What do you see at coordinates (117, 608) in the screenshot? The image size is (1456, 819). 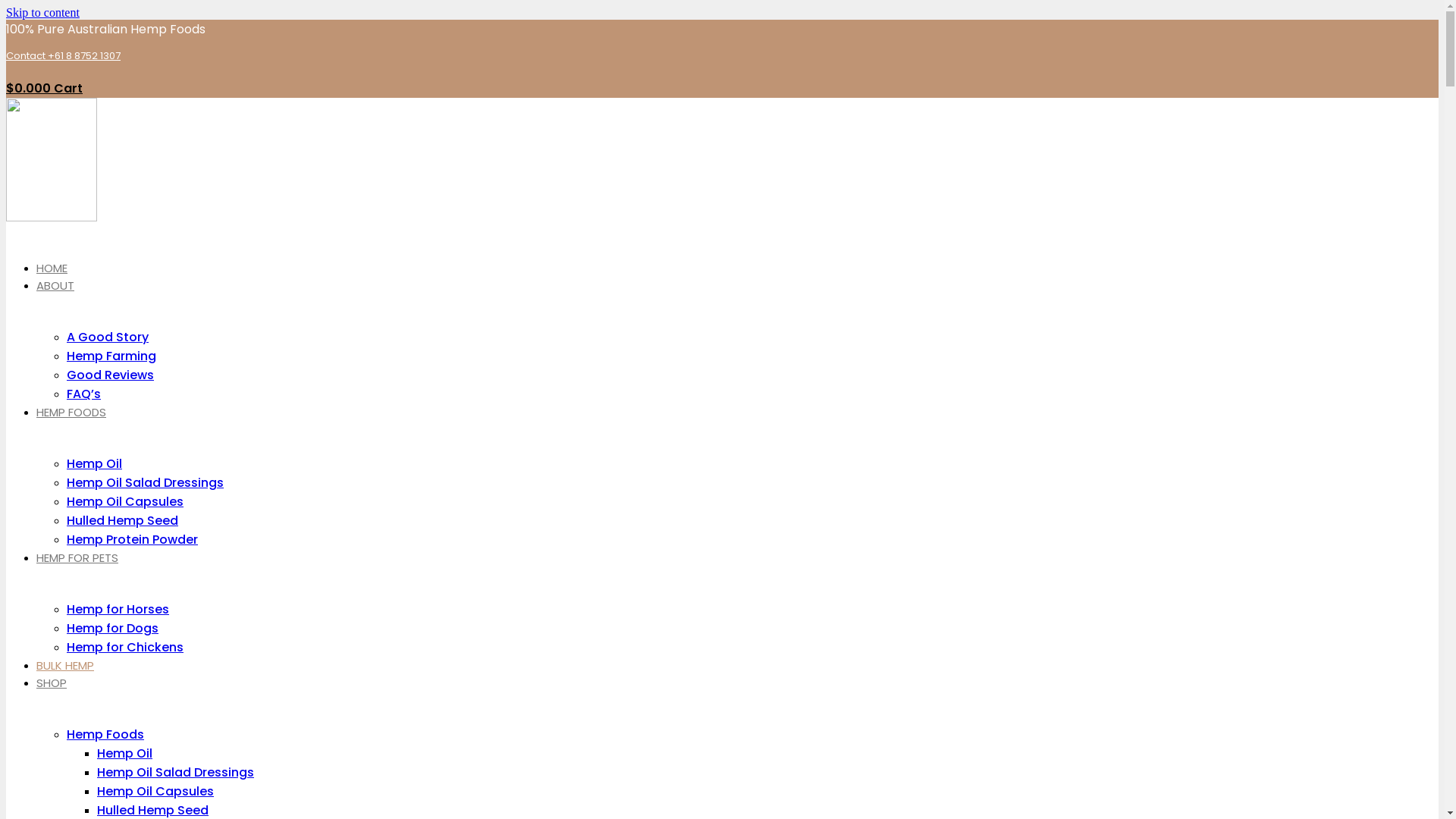 I see `'Hemp for Horses'` at bounding box center [117, 608].